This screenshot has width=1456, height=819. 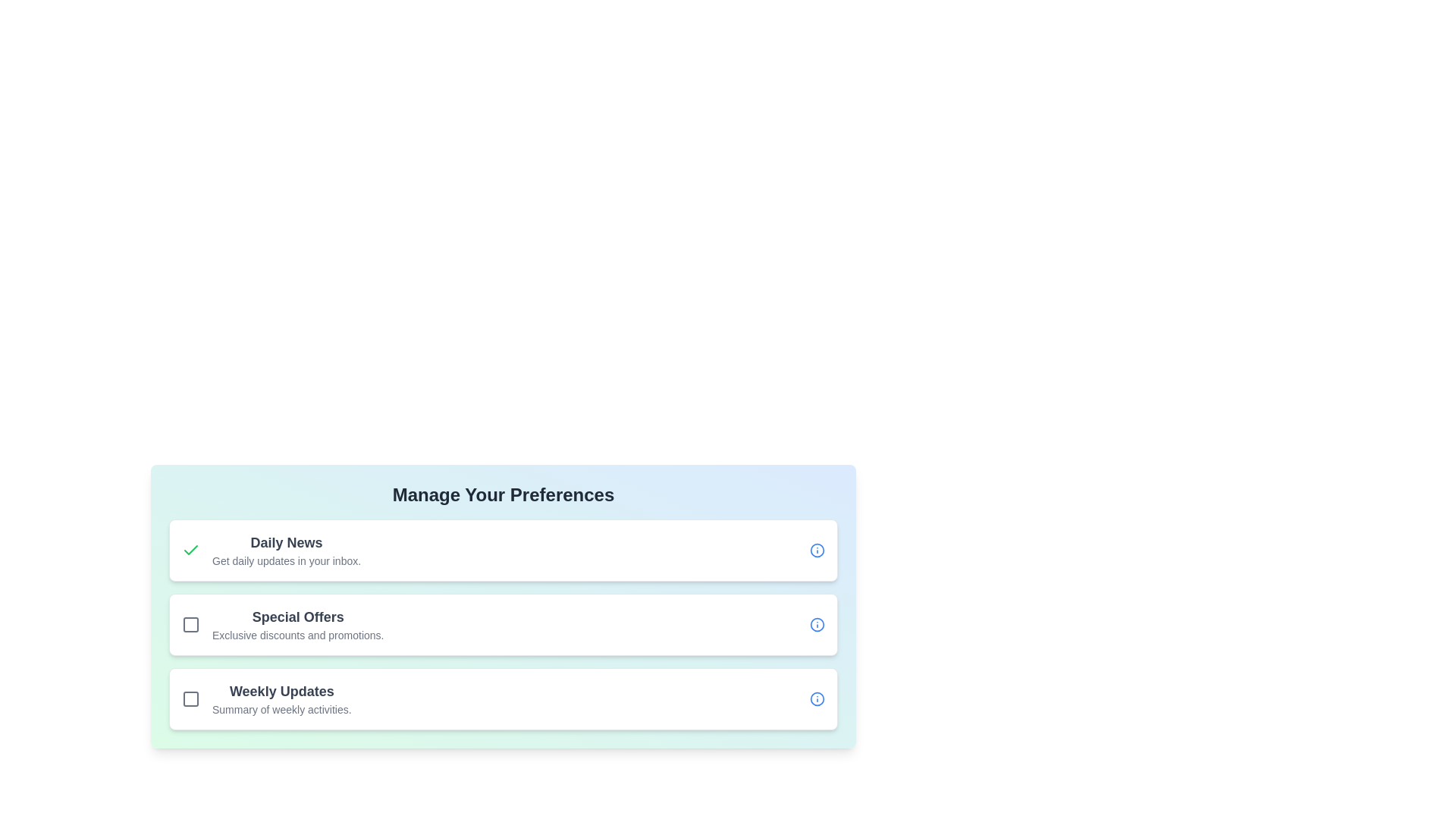 What do you see at coordinates (190, 550) in the screenshot?
I see `the checkmark icon indicating a selected state for the 'Daily News' subscription option in the preferences section` at bounding box center [190, 550].